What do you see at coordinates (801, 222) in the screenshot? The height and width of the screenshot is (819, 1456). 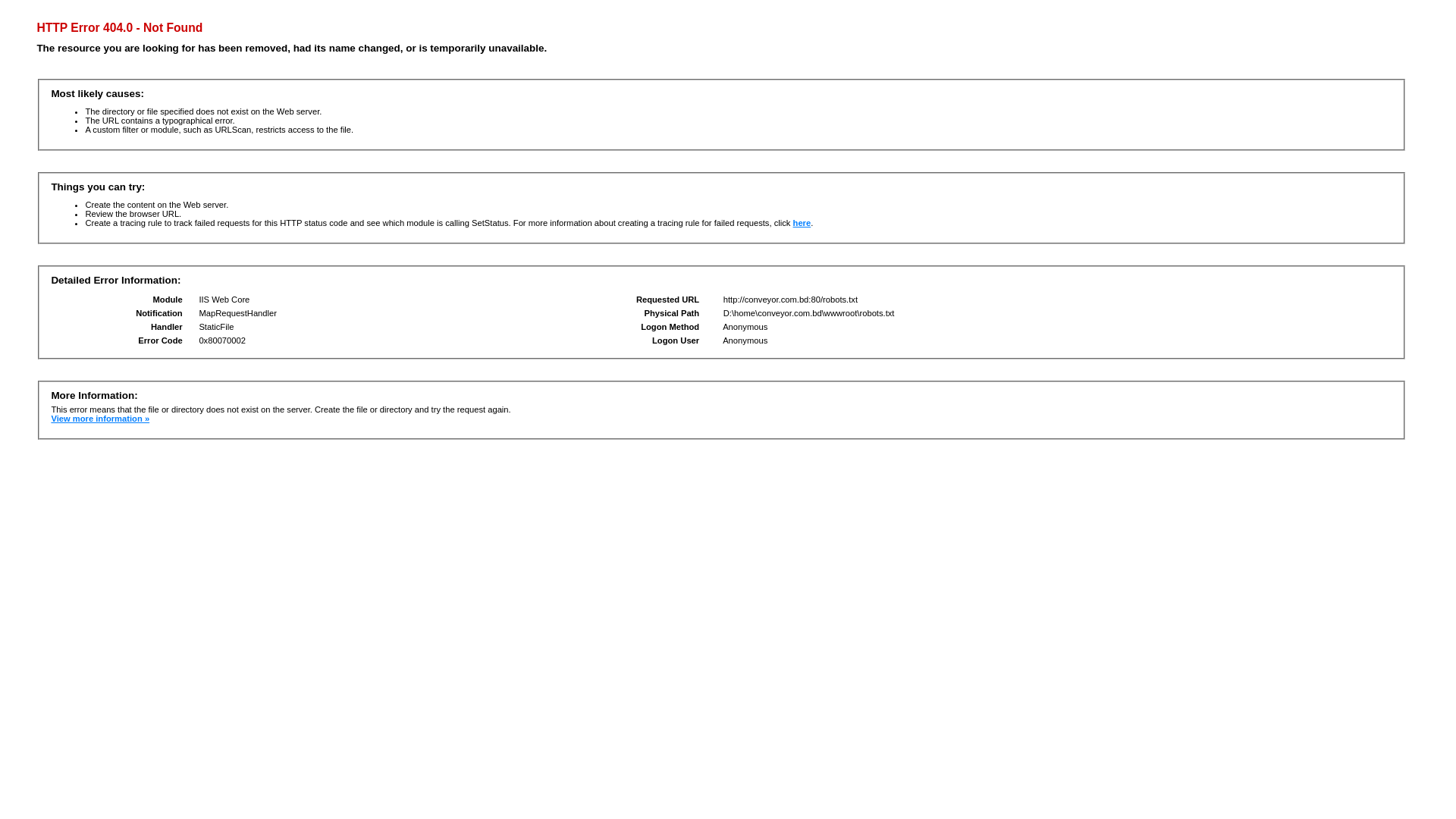 I see `'here'` at bounding box center [801, 222].